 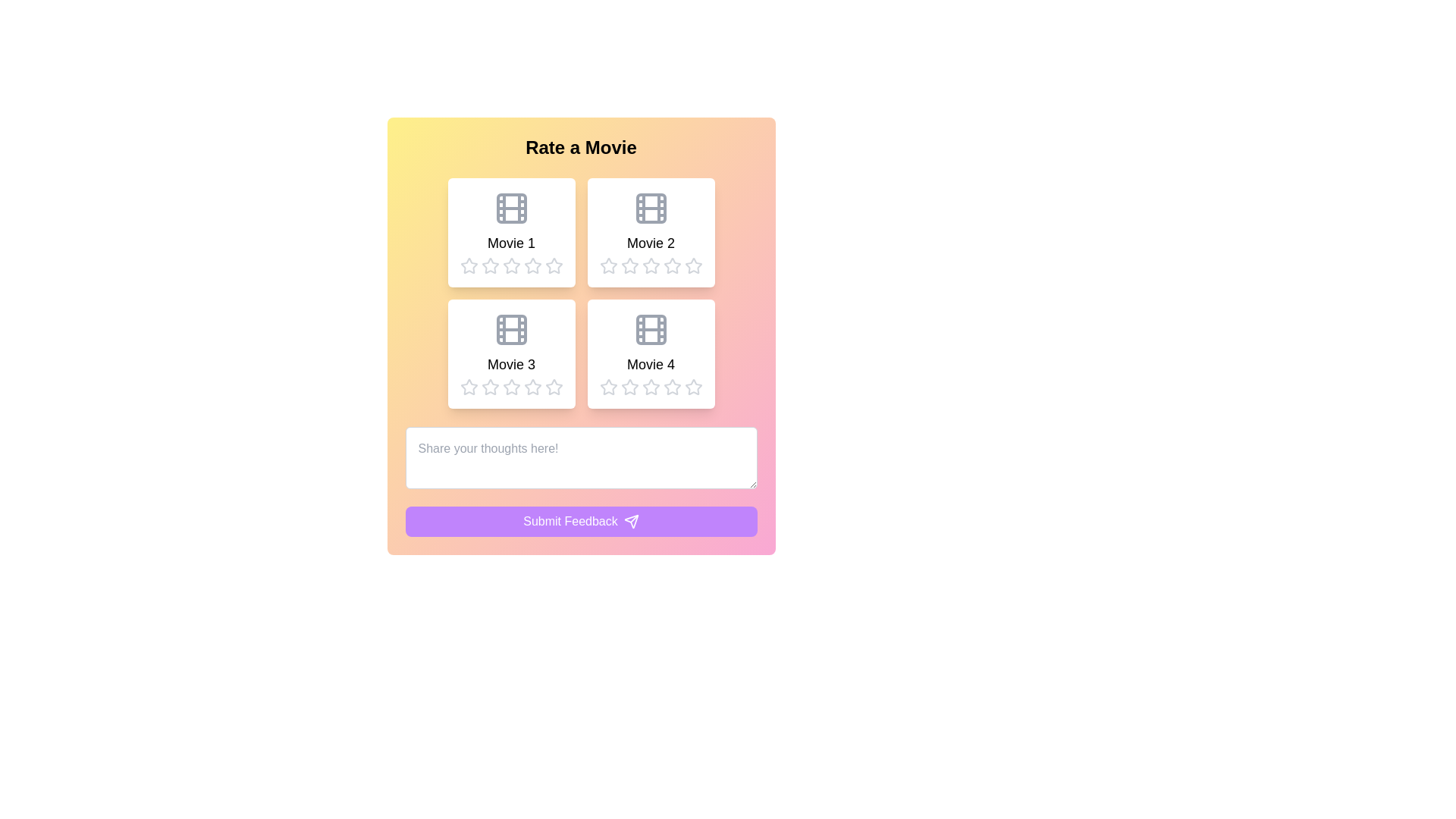 I want to click on the third star in the 5-star rating system located beneath the 'Movie 1' title, so click(x=511, y=265).